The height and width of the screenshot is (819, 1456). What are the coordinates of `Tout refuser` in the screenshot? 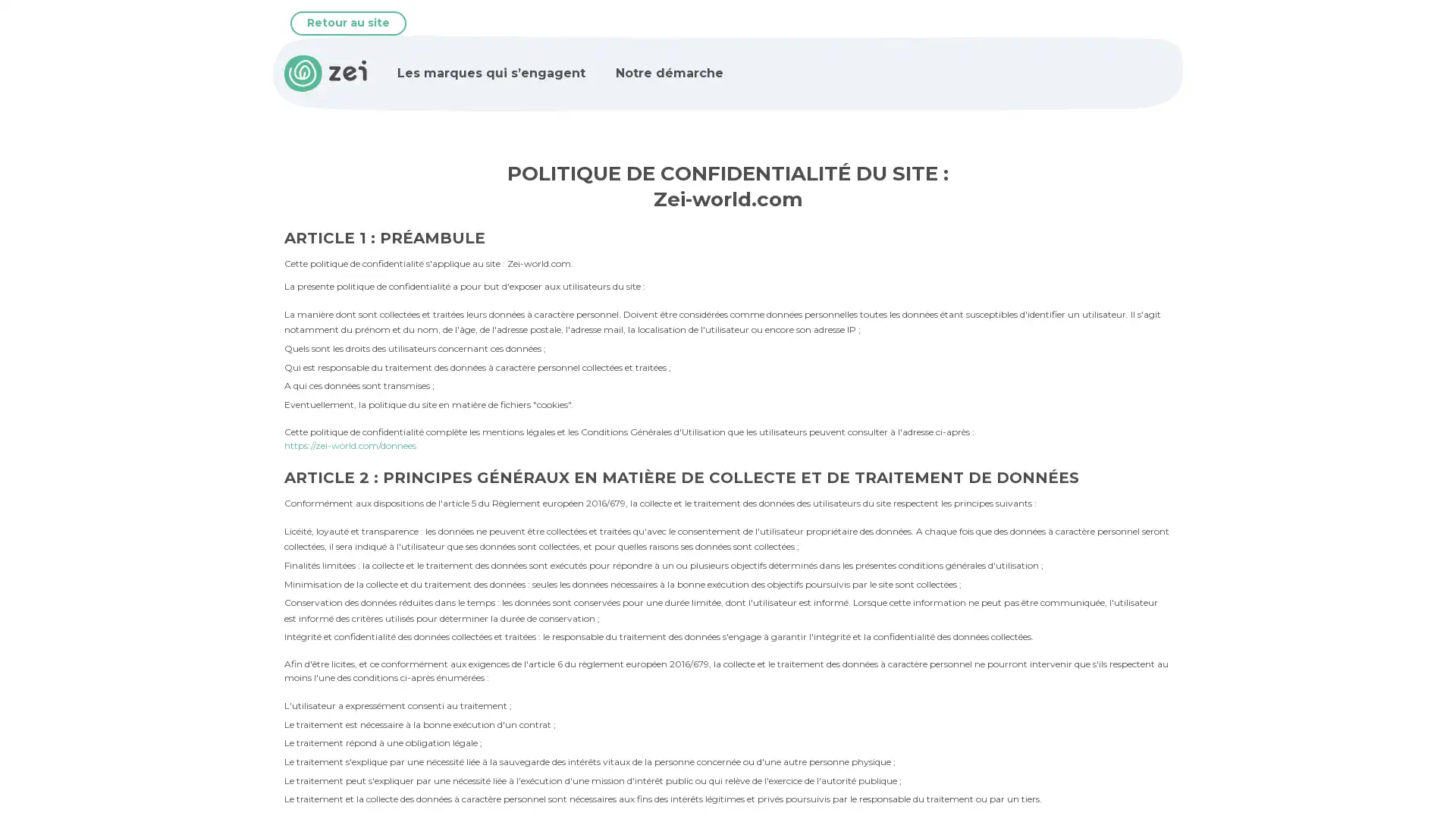 It's located at (275, 717).